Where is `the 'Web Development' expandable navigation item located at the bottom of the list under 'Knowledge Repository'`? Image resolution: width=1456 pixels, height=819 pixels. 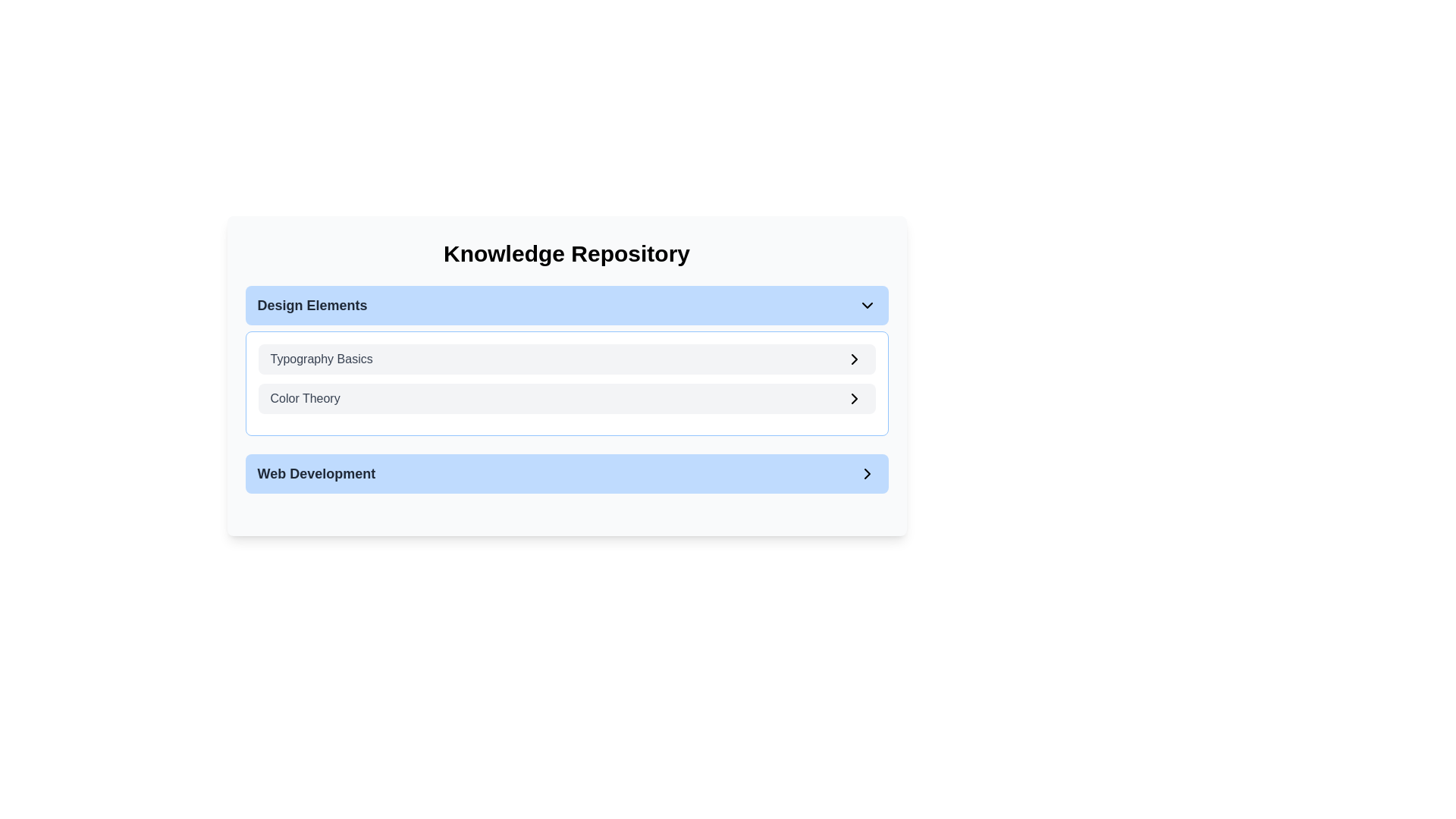 the 'Web Development' expandable navigation item located at the bottom of the list under 'Knowledge Repository' is located at coordinates (566, 472).